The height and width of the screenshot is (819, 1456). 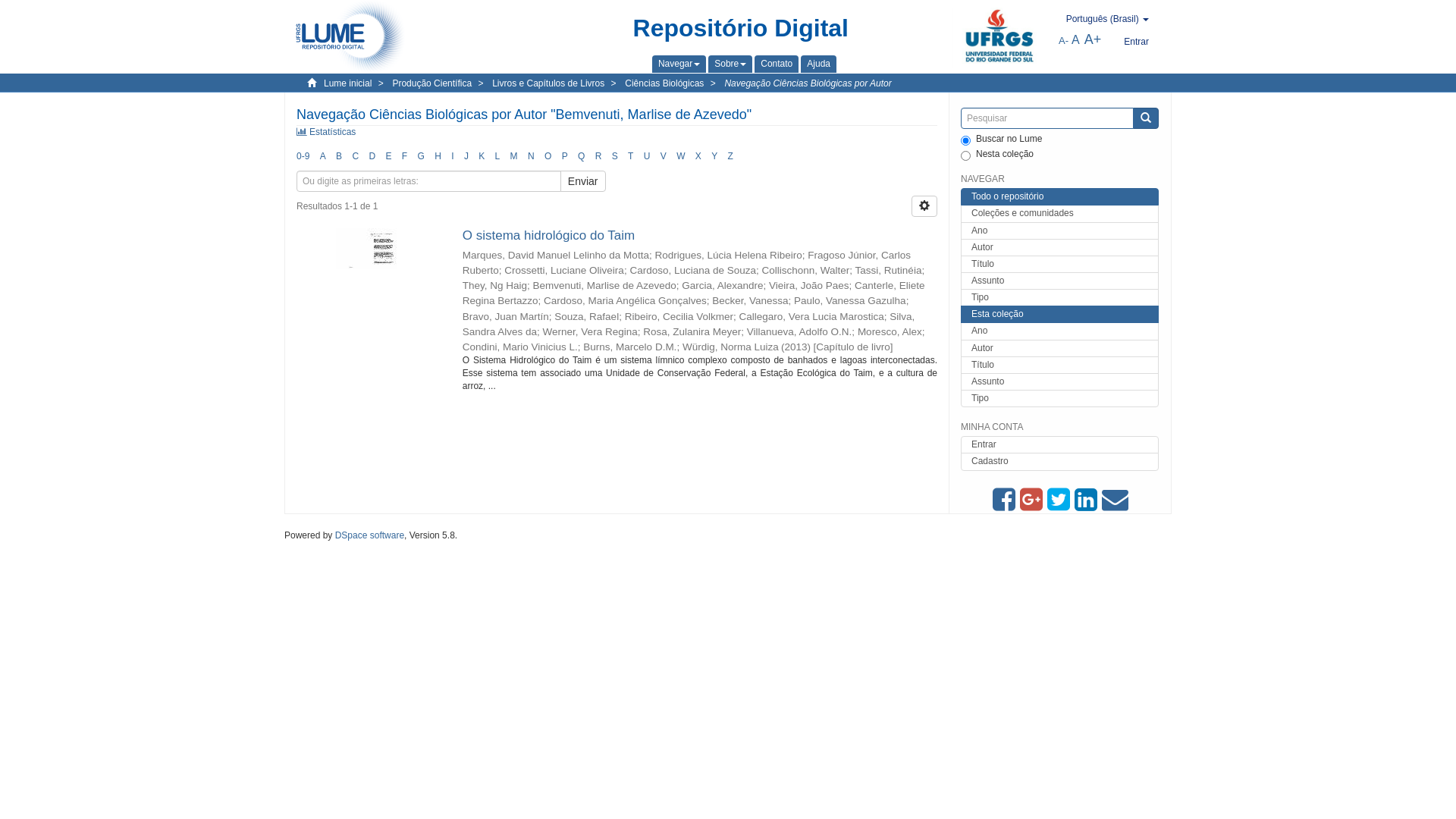 I want to click on 'B', so click(x=337, y=155).